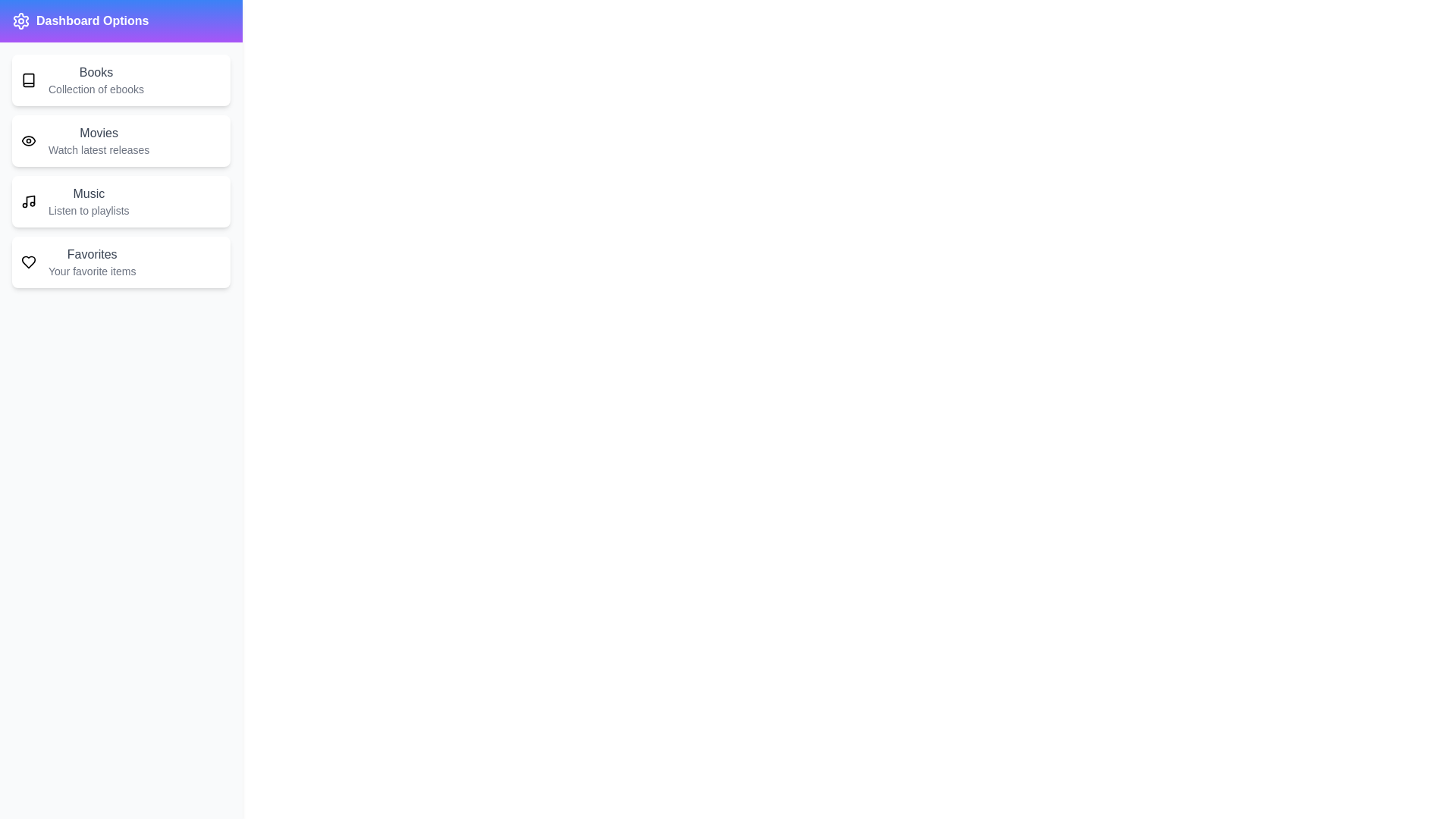  Describe the element at coordinates (45, 37) in the screenshot. I see `the 'Navigate' button to toggle the drawer's visibility` at that location.